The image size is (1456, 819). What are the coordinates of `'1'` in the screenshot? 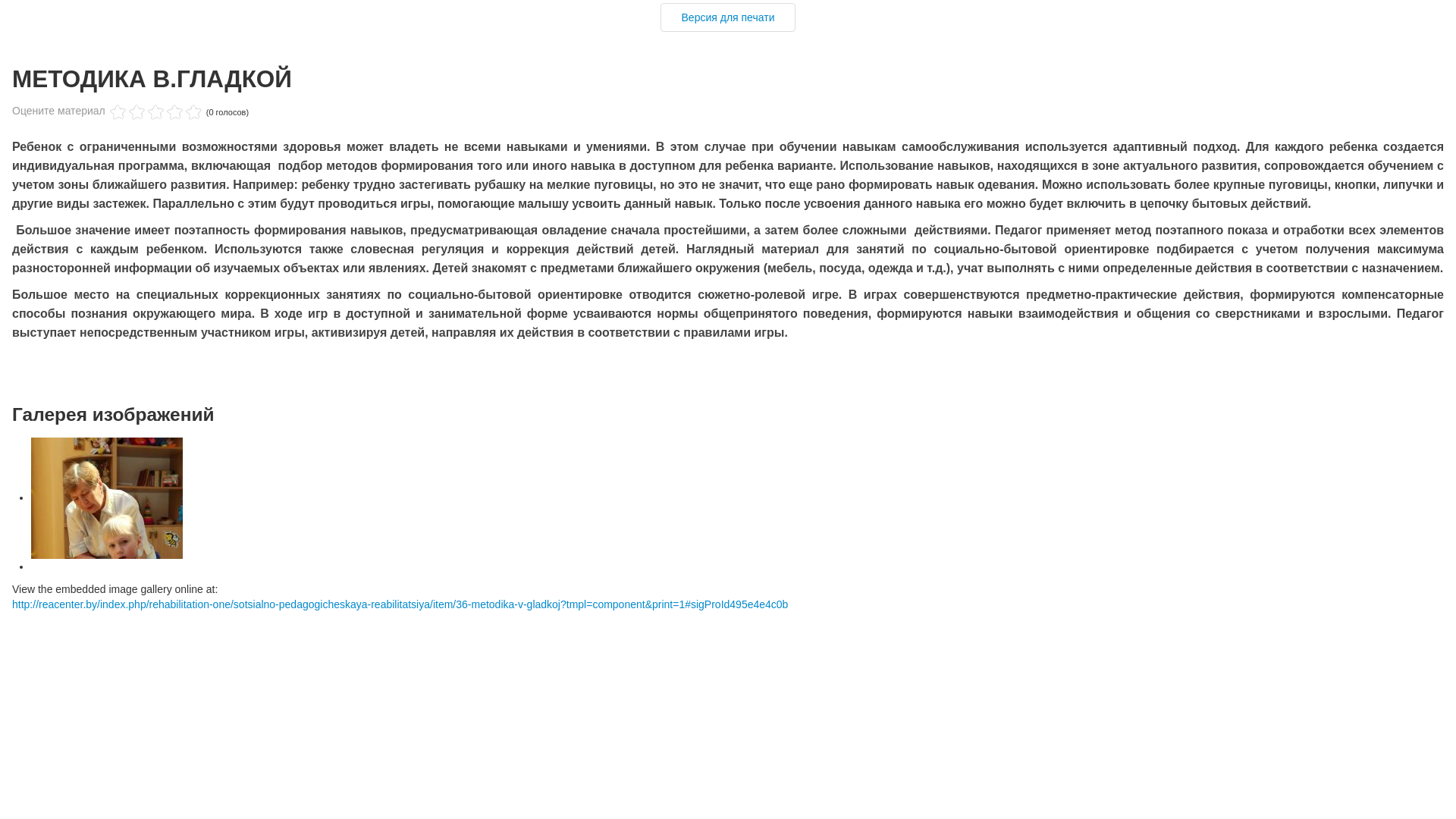 It's located at (117, 111).